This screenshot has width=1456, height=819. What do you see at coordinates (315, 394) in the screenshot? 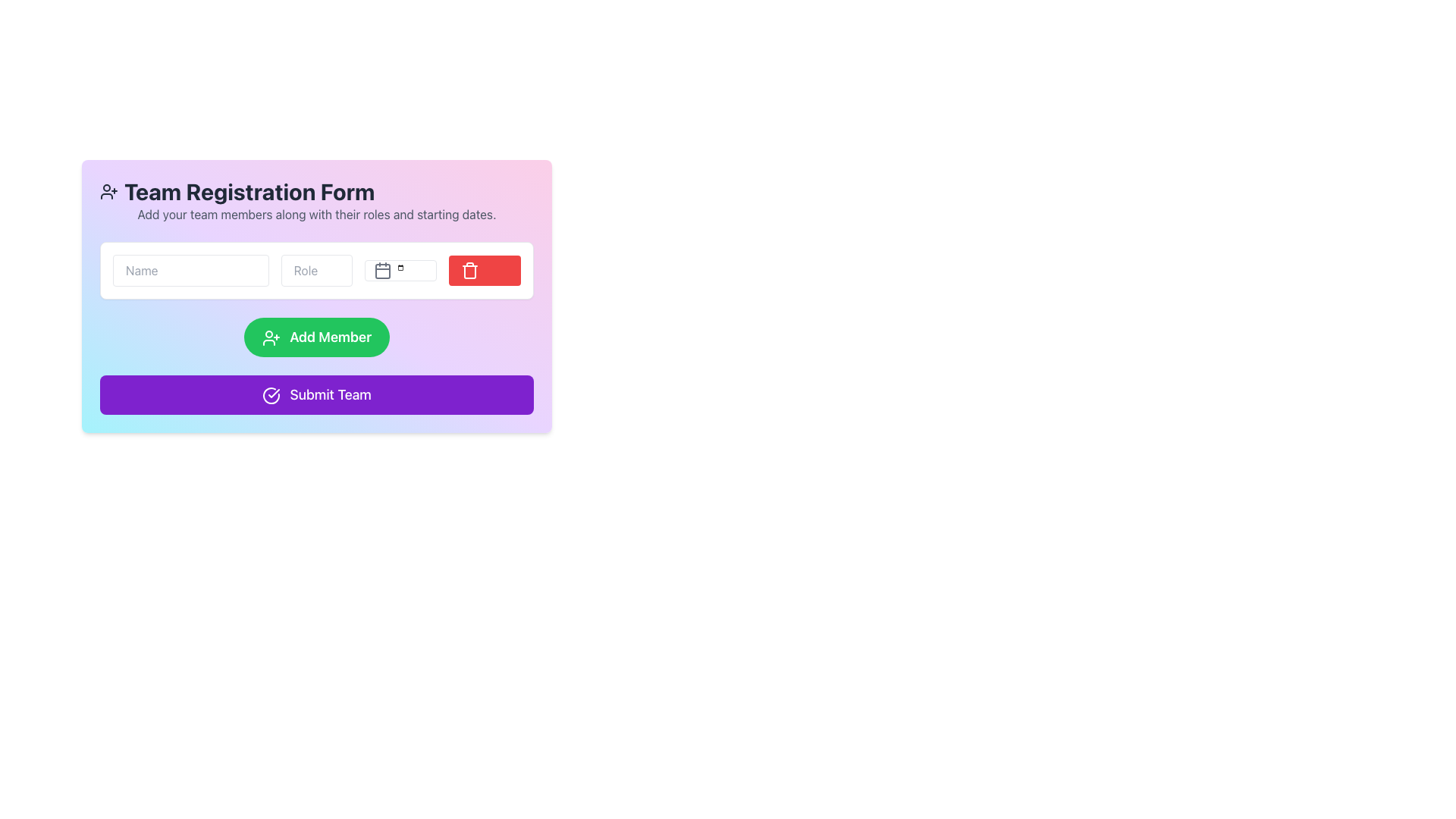
I see `the 'Submit Team' button with a vibrant purple background` at bounding box center [315, 394].